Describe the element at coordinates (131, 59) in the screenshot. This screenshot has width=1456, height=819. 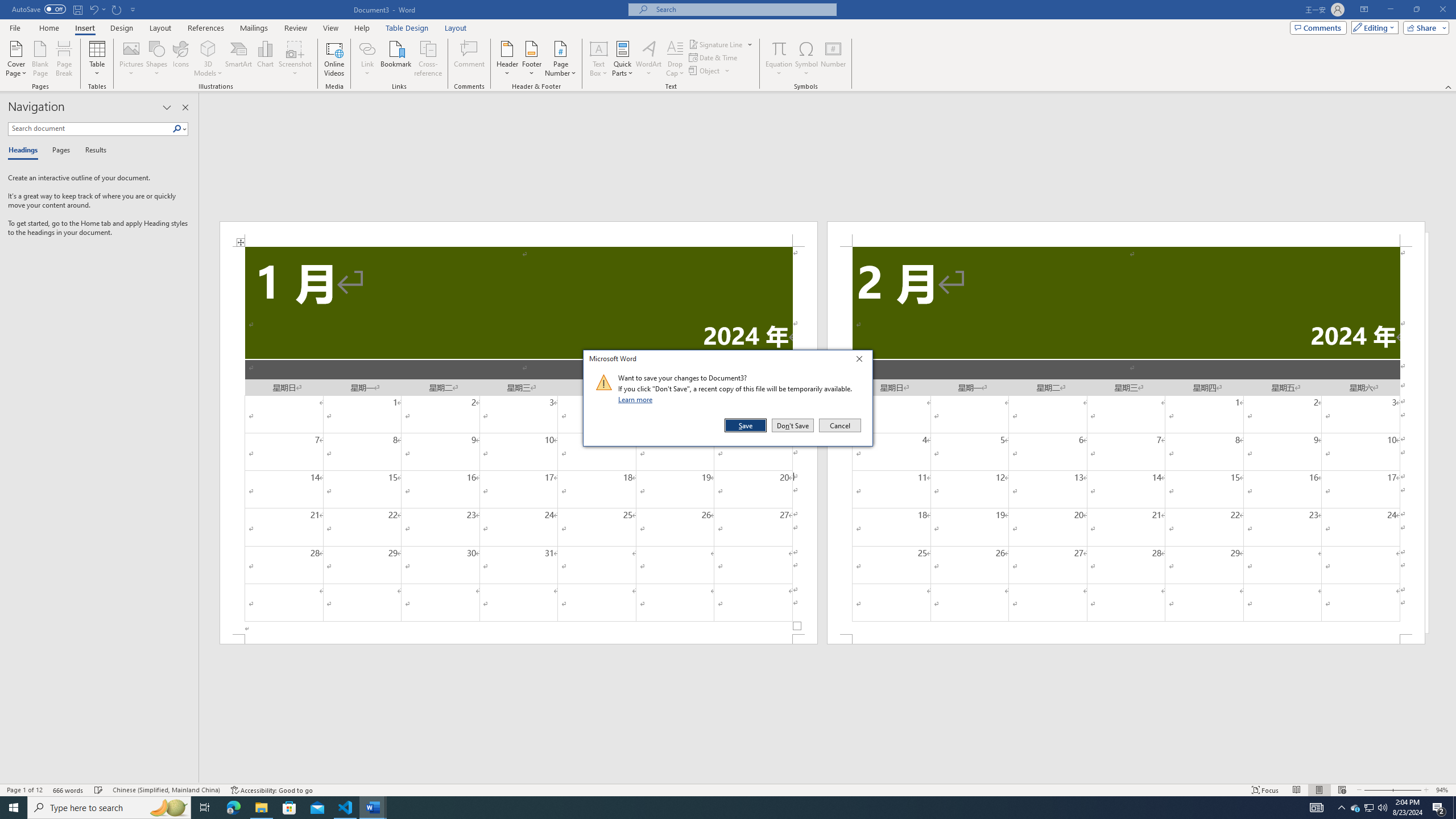
I see `'Pictures'` at that location.